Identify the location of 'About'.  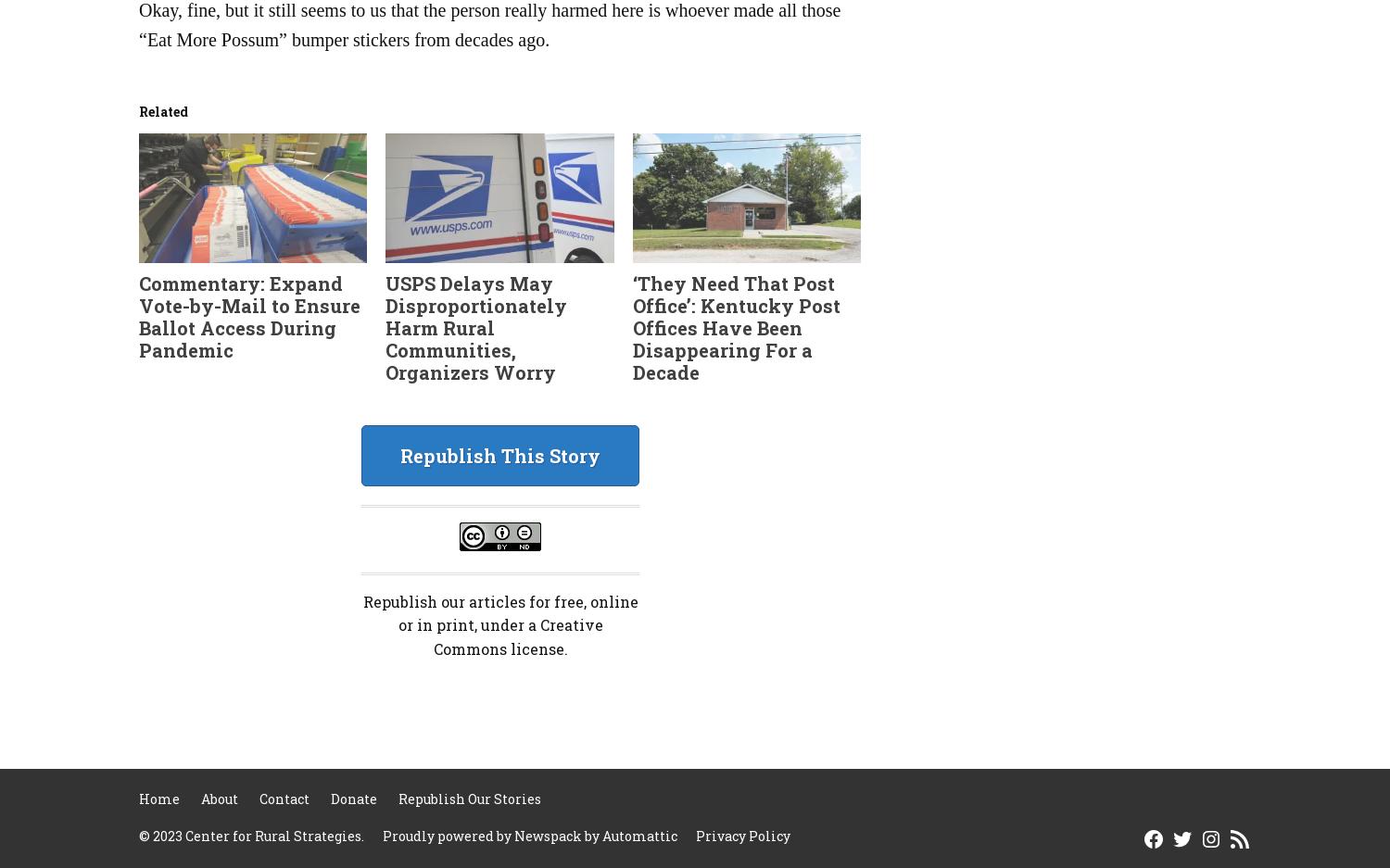
(200, 799).